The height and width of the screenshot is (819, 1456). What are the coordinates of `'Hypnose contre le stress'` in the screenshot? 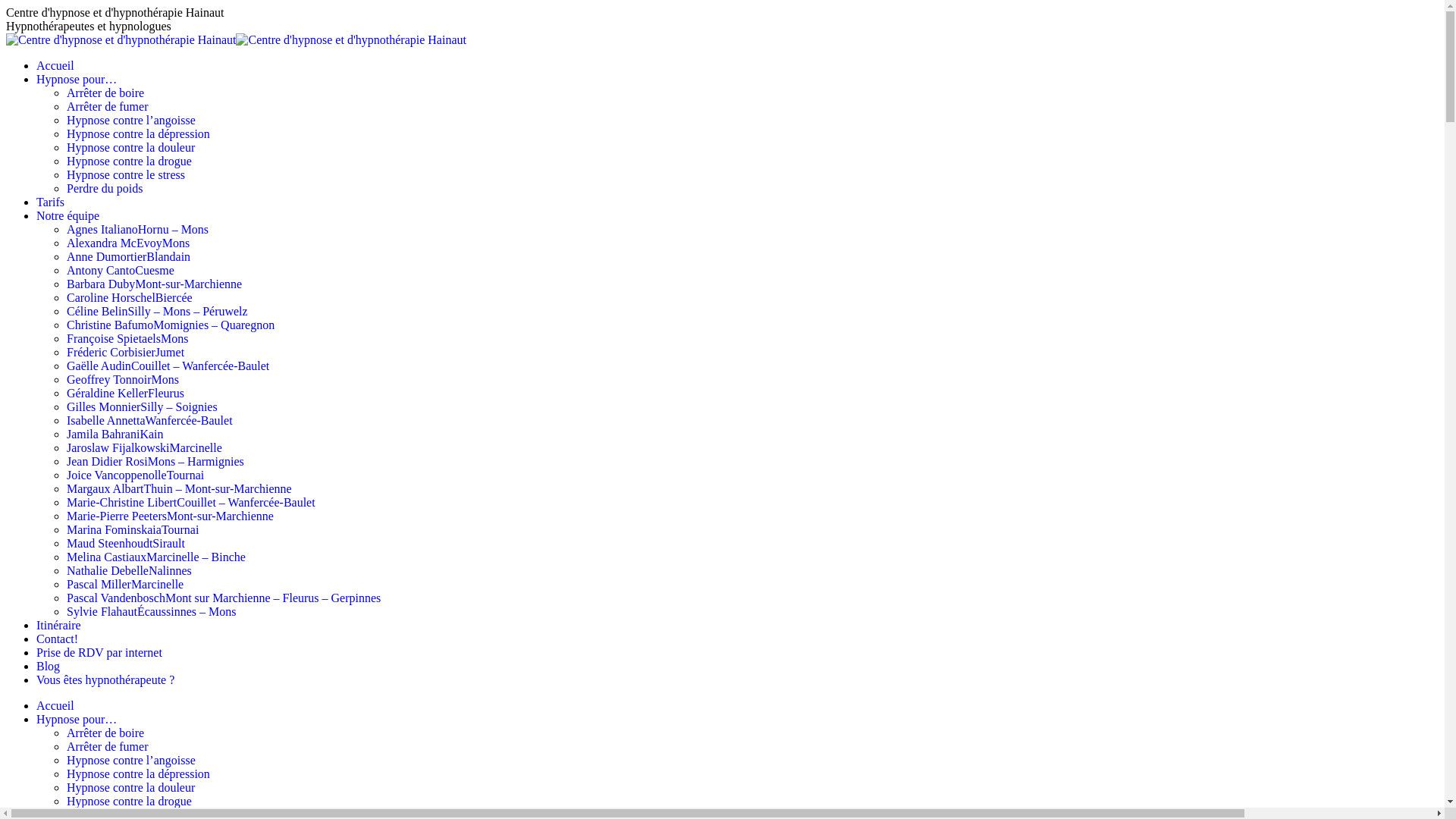 It's located at (126, 174).